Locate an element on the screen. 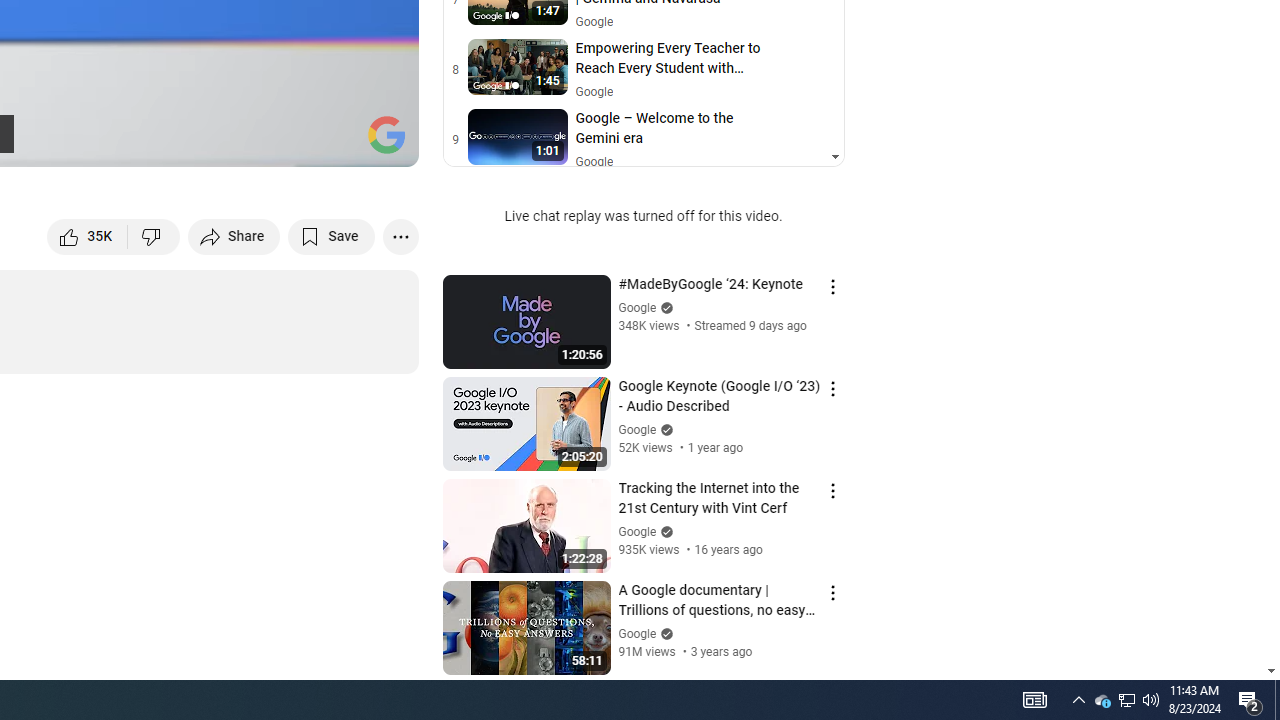 This screenshot has width=1280, height=720. 'More actions' is located at coordinates (400, 235).